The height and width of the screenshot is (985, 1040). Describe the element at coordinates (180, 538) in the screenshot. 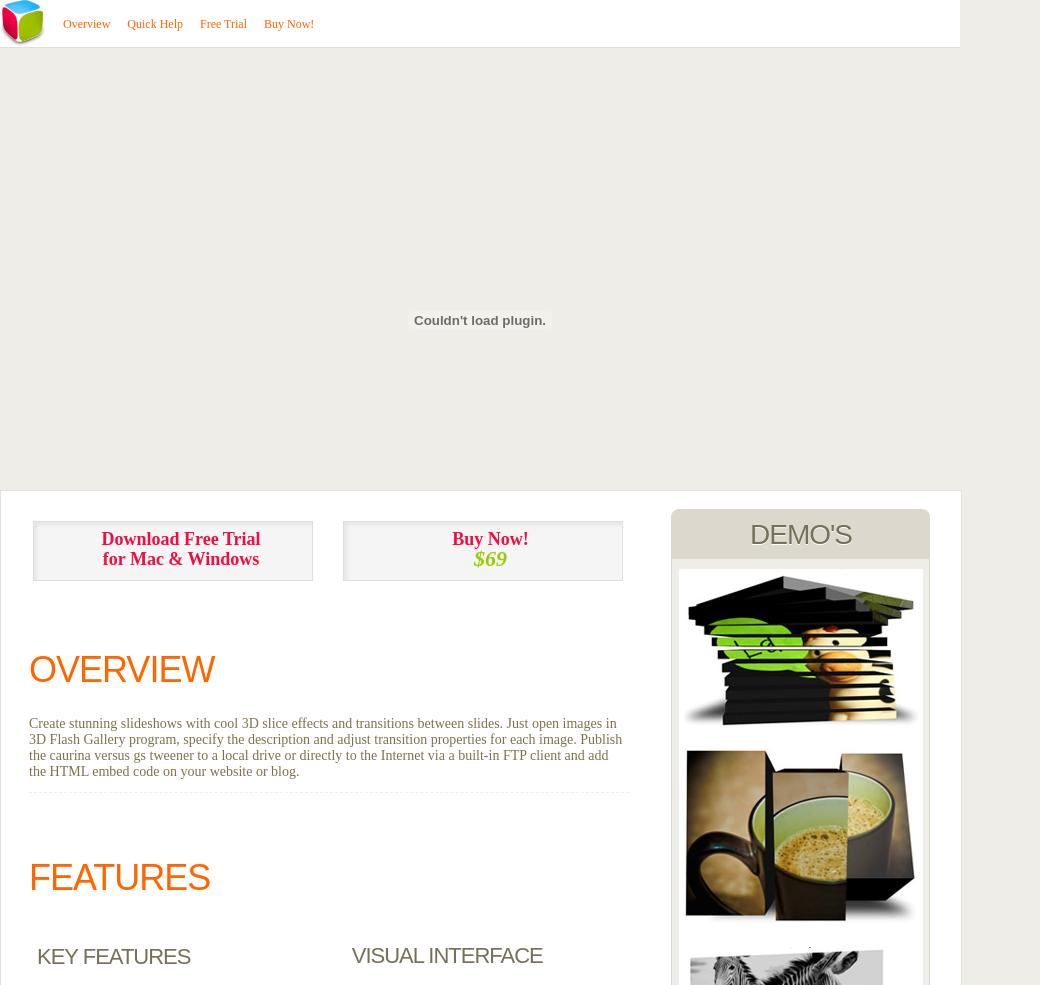

I see `'Download Free Trial'` at that location.